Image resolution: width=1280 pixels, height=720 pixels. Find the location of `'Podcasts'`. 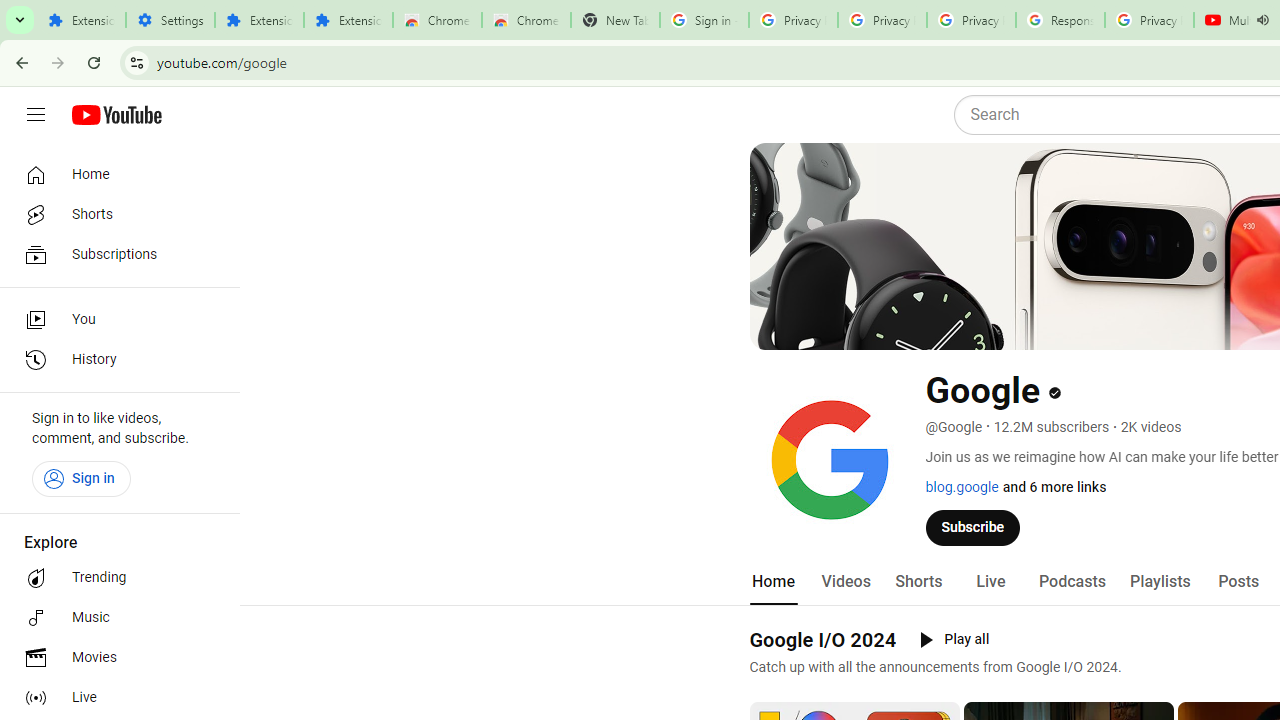

'Podcasts' is located at coordinates (1071, 581).